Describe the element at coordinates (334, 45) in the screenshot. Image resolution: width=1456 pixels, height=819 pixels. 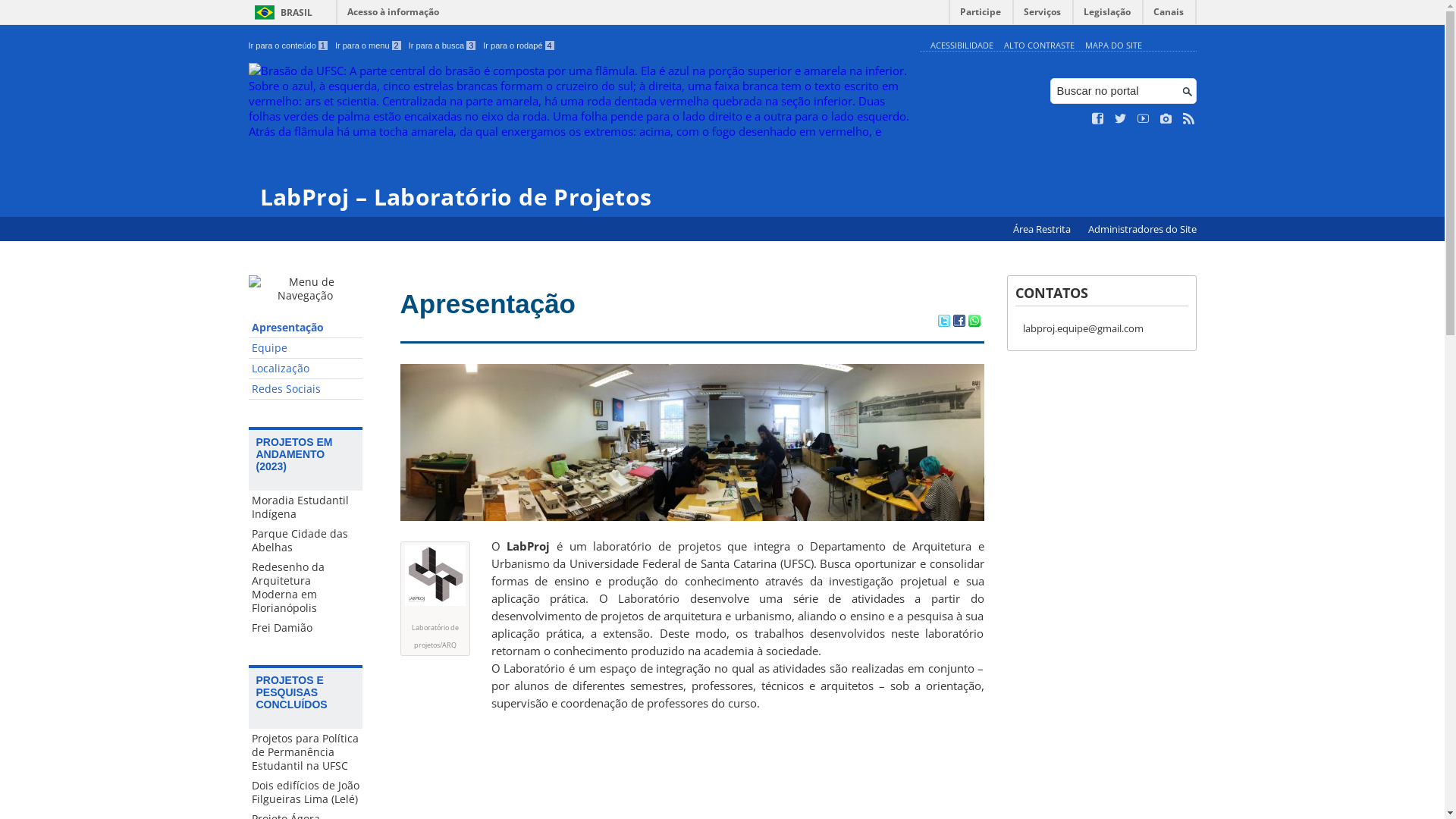
I see `'Ir para o menu 2'` at that location.